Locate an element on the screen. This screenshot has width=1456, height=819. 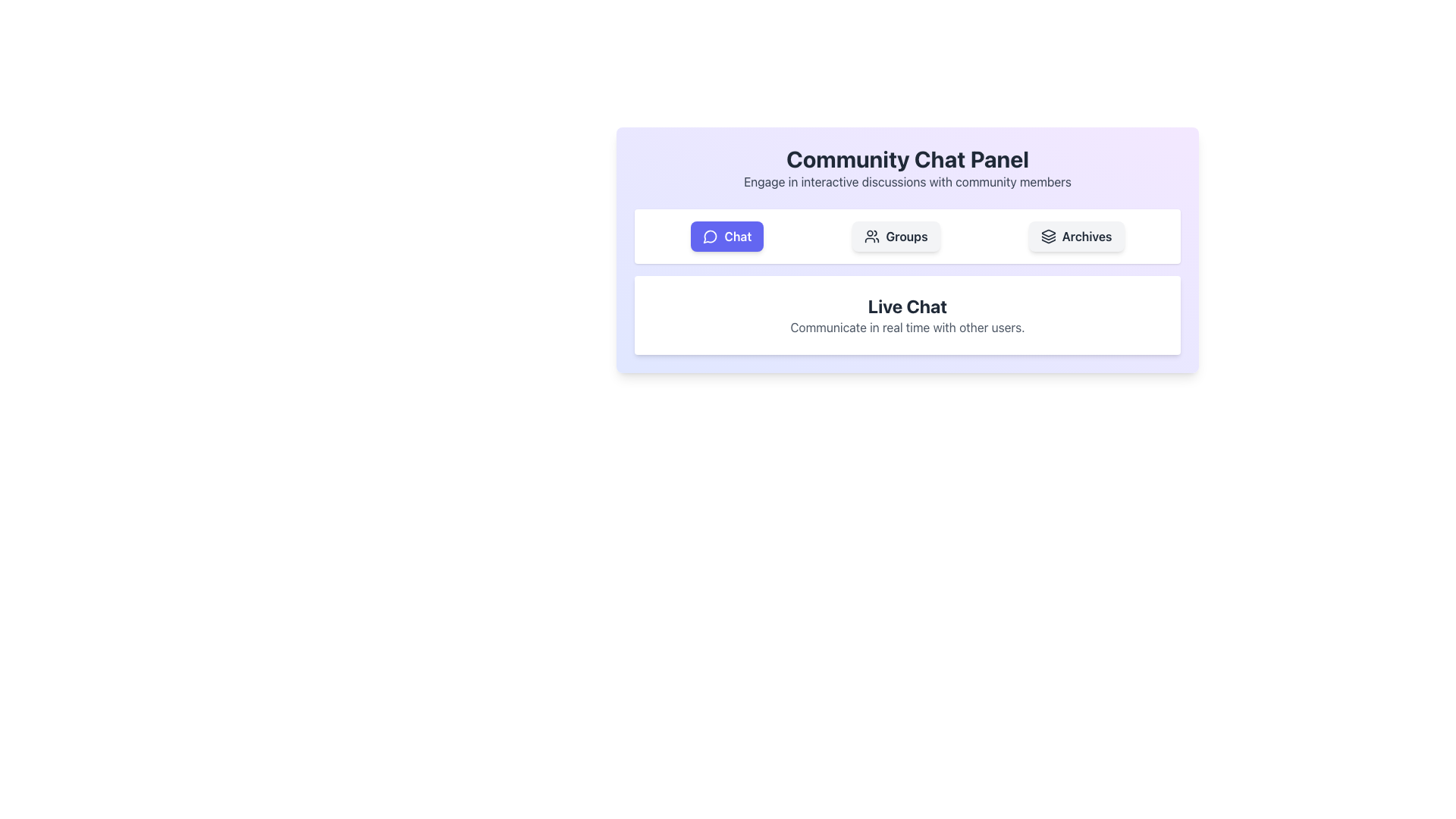
the middle layer of the three-layer stack icon in the top-right corner of the interface is located at coordinates (1047, 238).